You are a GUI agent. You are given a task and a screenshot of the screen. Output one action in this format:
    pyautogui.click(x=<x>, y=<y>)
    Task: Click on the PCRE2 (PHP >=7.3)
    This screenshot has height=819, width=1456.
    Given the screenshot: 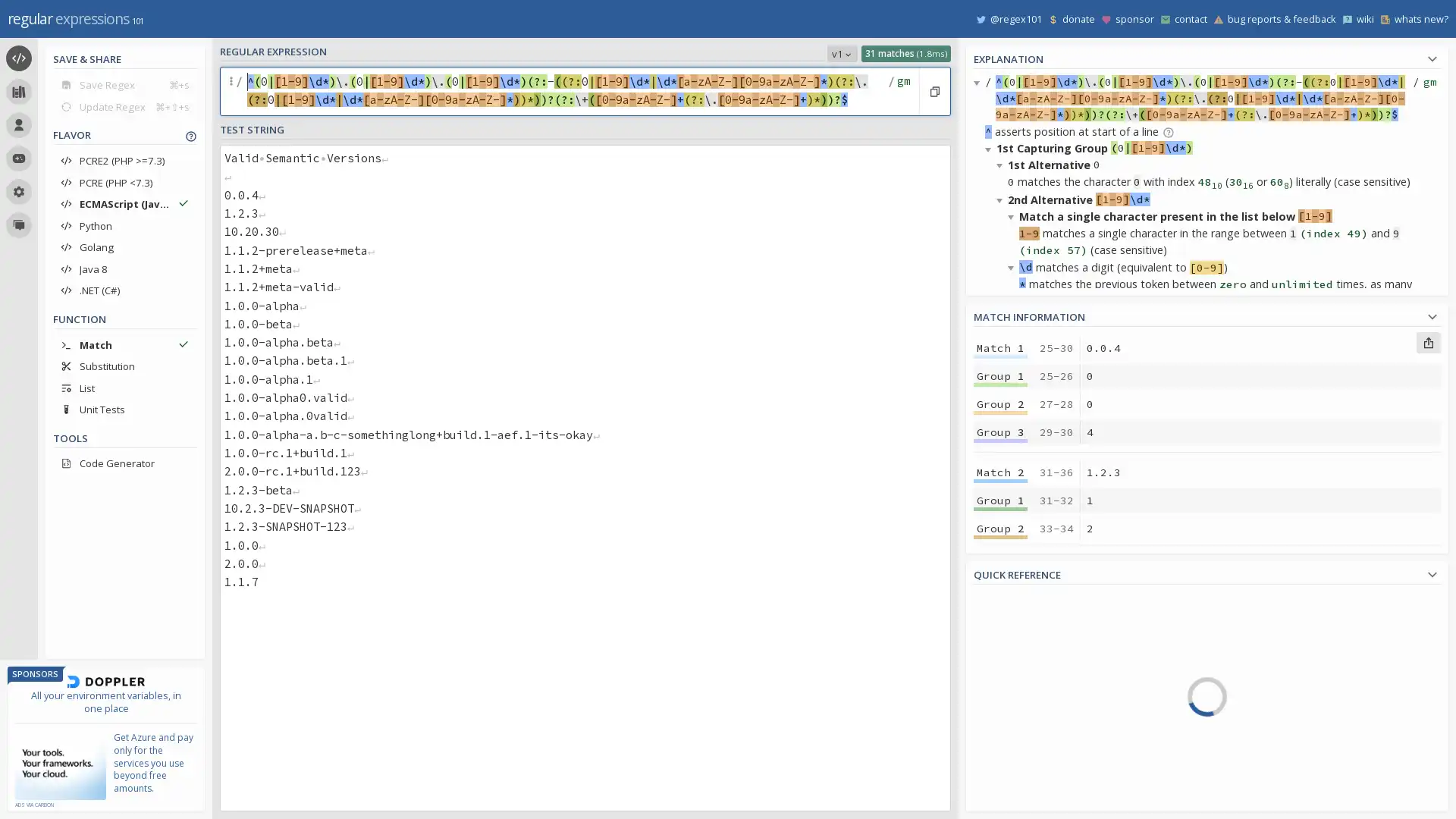 What is the action you would take?
    pyautogui.click(x=124, y=161)
    